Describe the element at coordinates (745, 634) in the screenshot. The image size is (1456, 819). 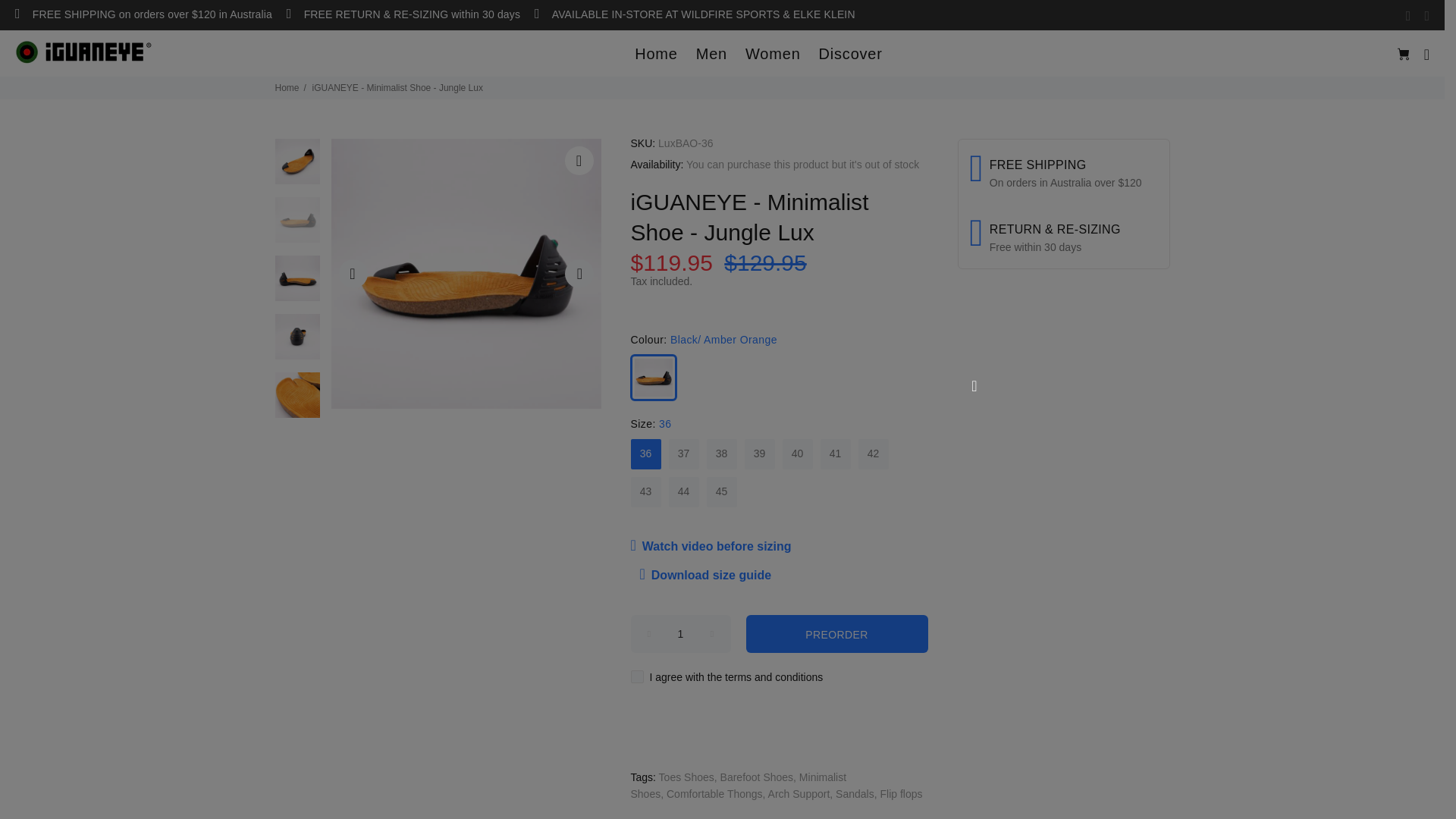
I see `'PREORDER'` at that location.